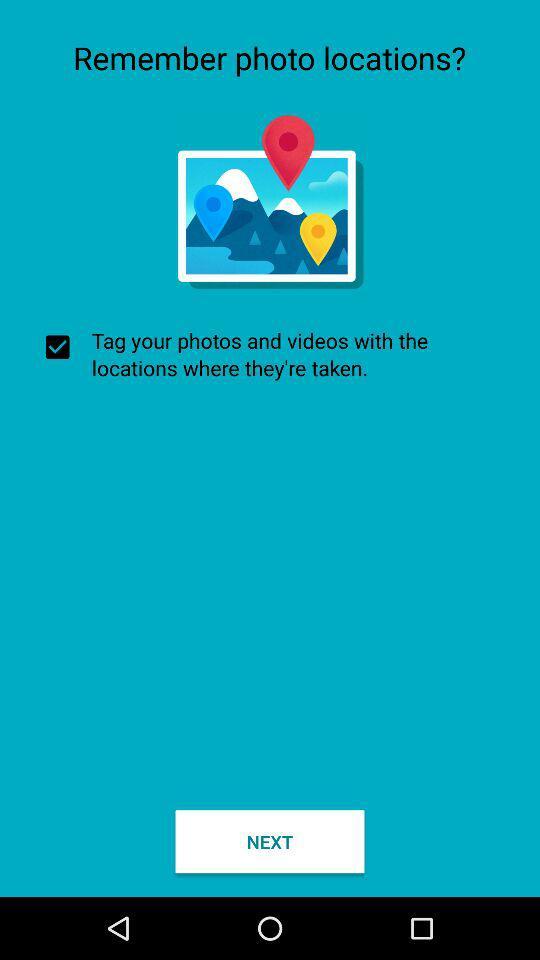  I want to click on the tag your photos, so click(270, 354).